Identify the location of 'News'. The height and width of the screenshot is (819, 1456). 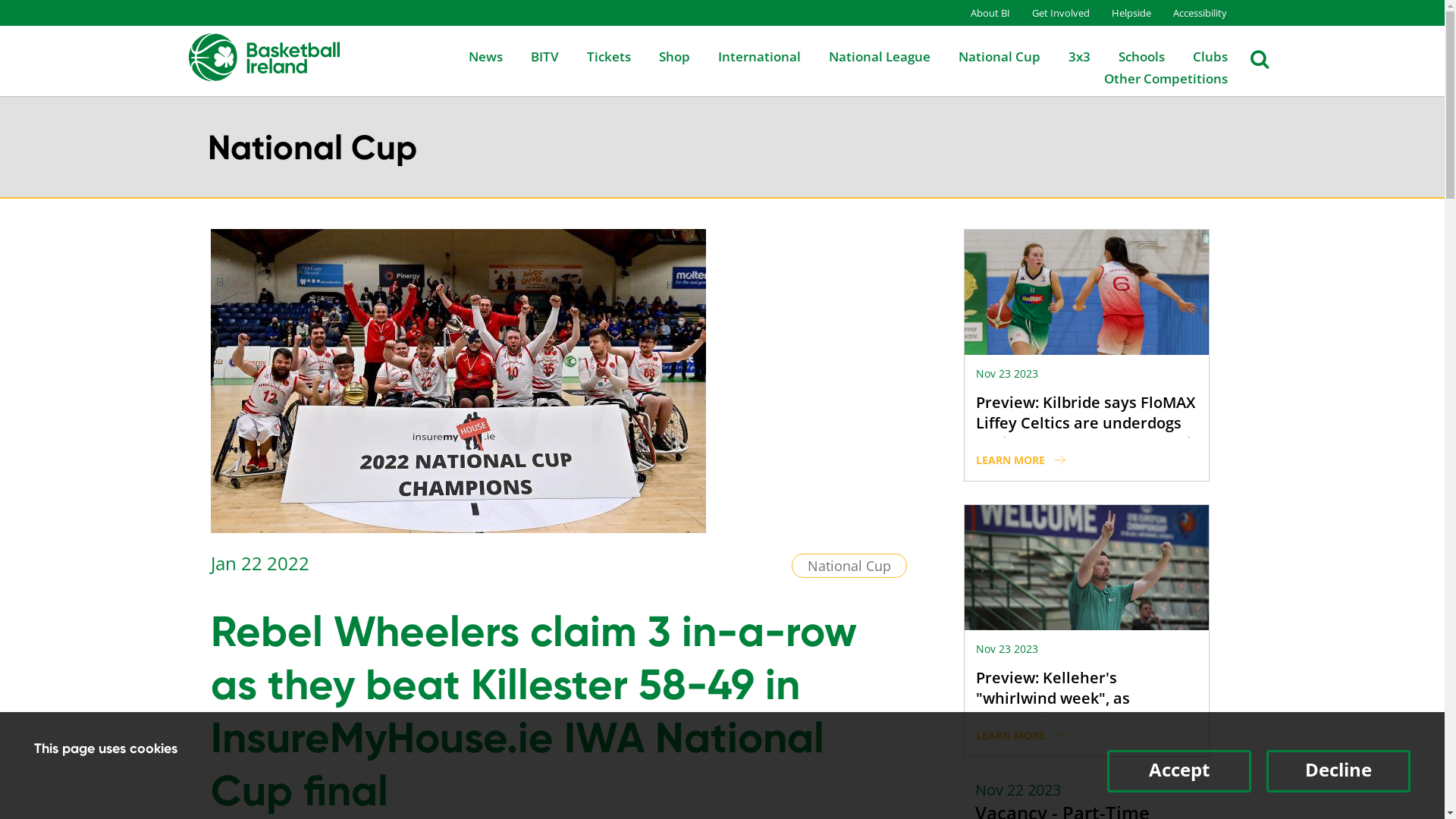
(442, 55).